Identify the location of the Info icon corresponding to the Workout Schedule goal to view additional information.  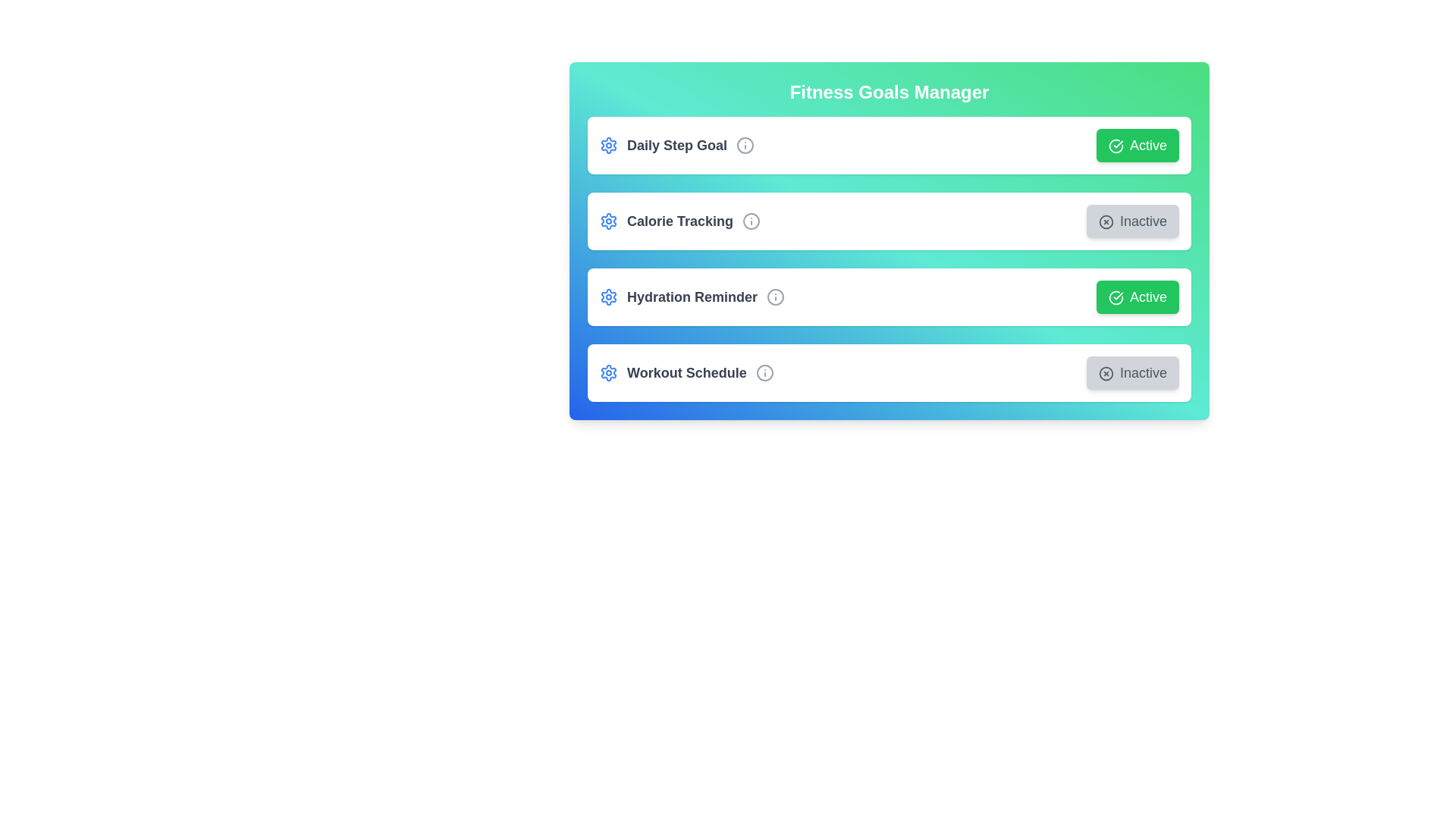
(764, 373).